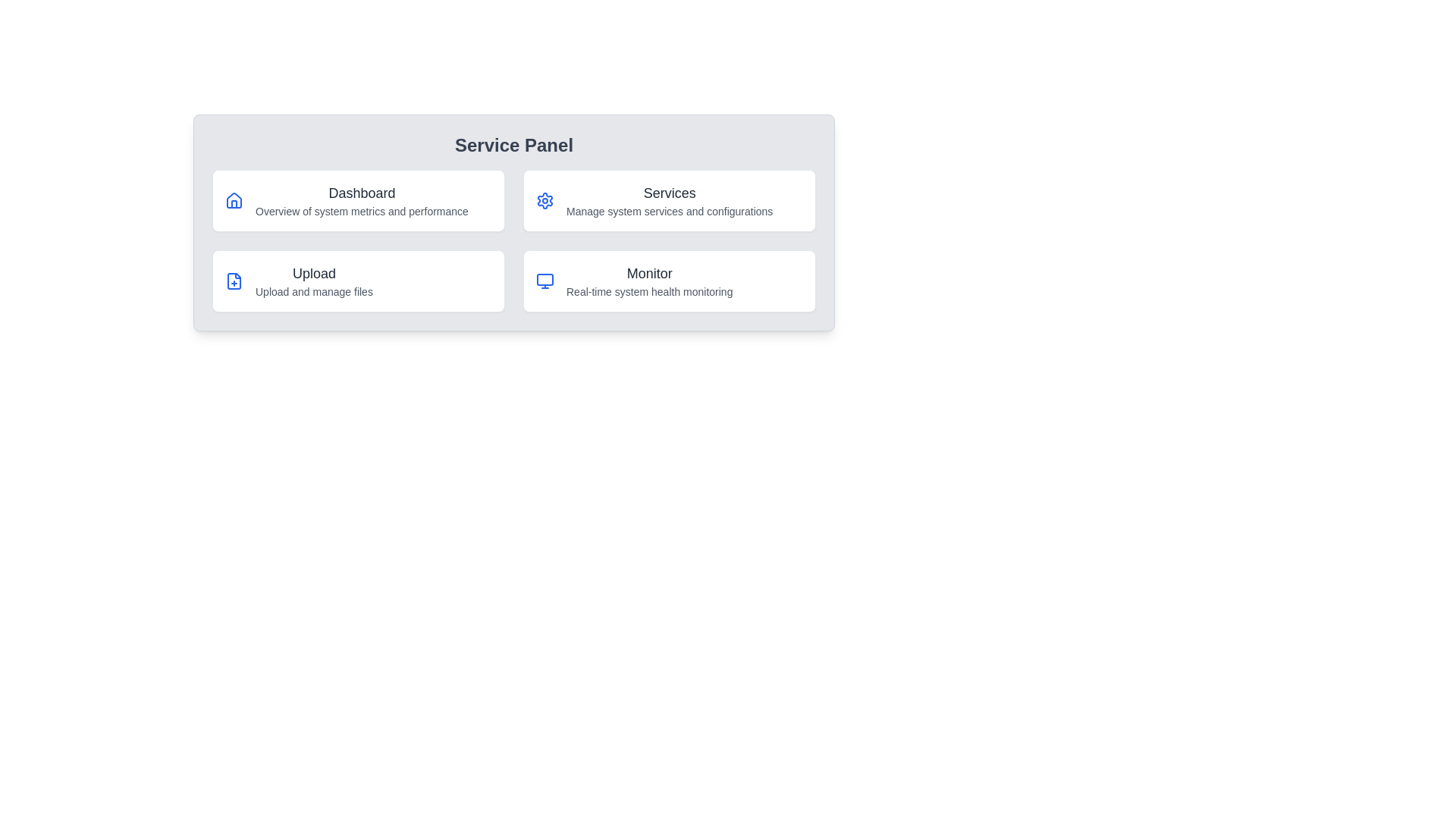  What do you see at coordinates (649, 281) in the screenshot?
I see `the 'Monitor' text label, which is prominently displayed in bold with a larger font size, located in the bottom-right card of a four-grid layout` at bounding box center [649, 281].